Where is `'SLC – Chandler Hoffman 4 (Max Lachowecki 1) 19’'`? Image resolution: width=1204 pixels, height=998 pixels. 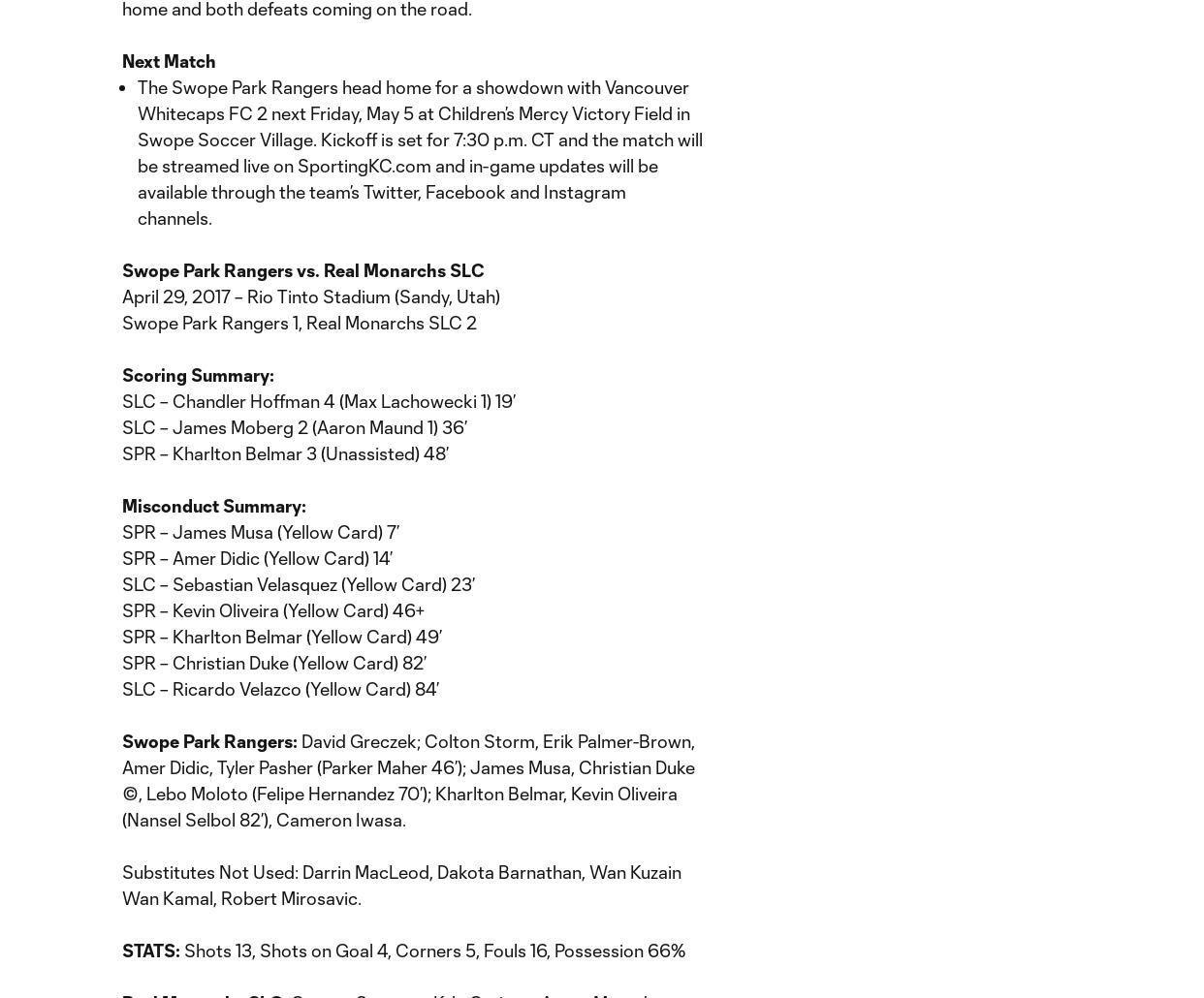
'SLC – Chandler Hoffman 4 (Max Lachowecki 1) 19’' is located at coordinates (318, 400).